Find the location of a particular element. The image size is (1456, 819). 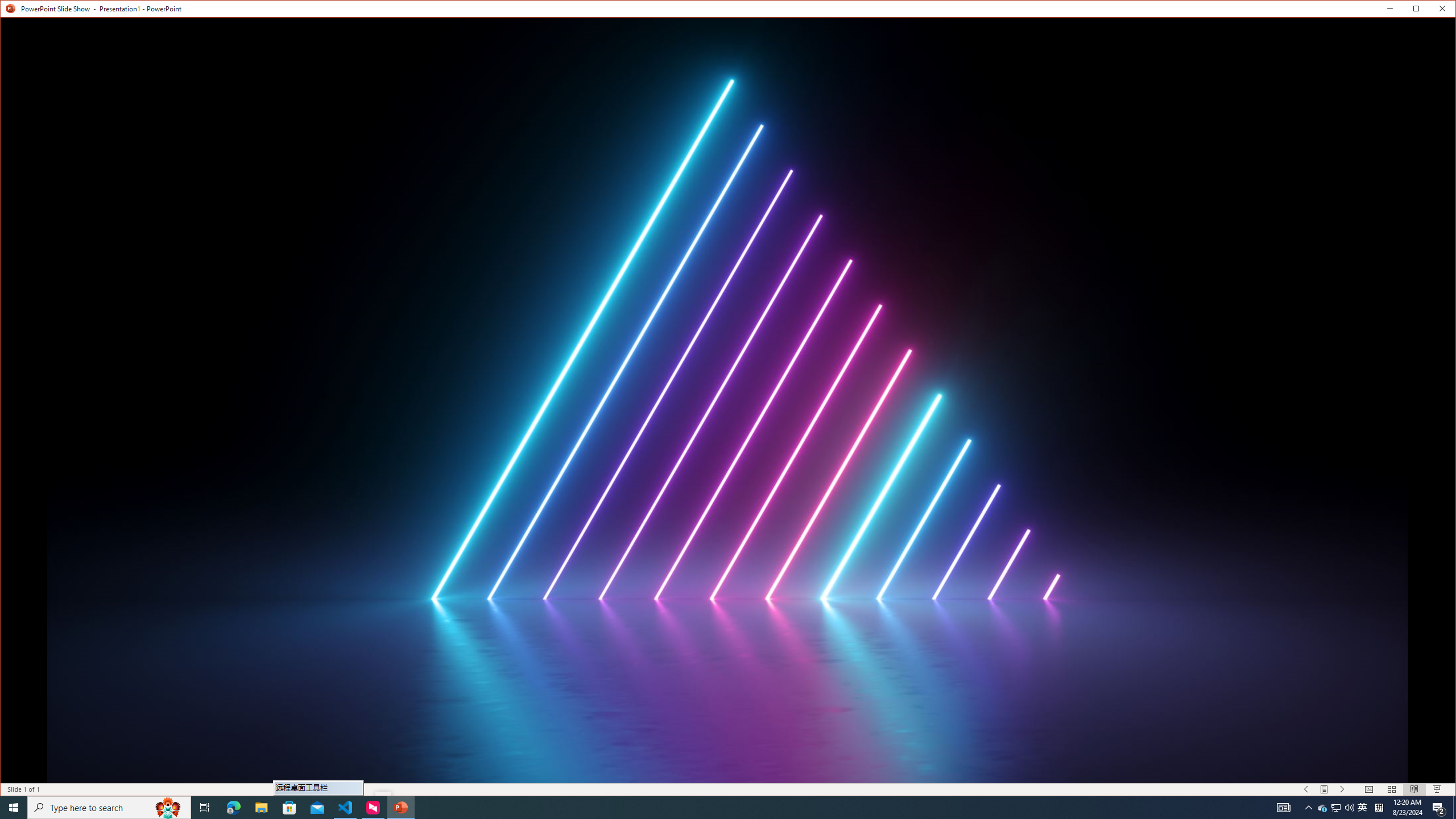

'Search highlights icon opens search home window' is located at coordinates (167, 806).